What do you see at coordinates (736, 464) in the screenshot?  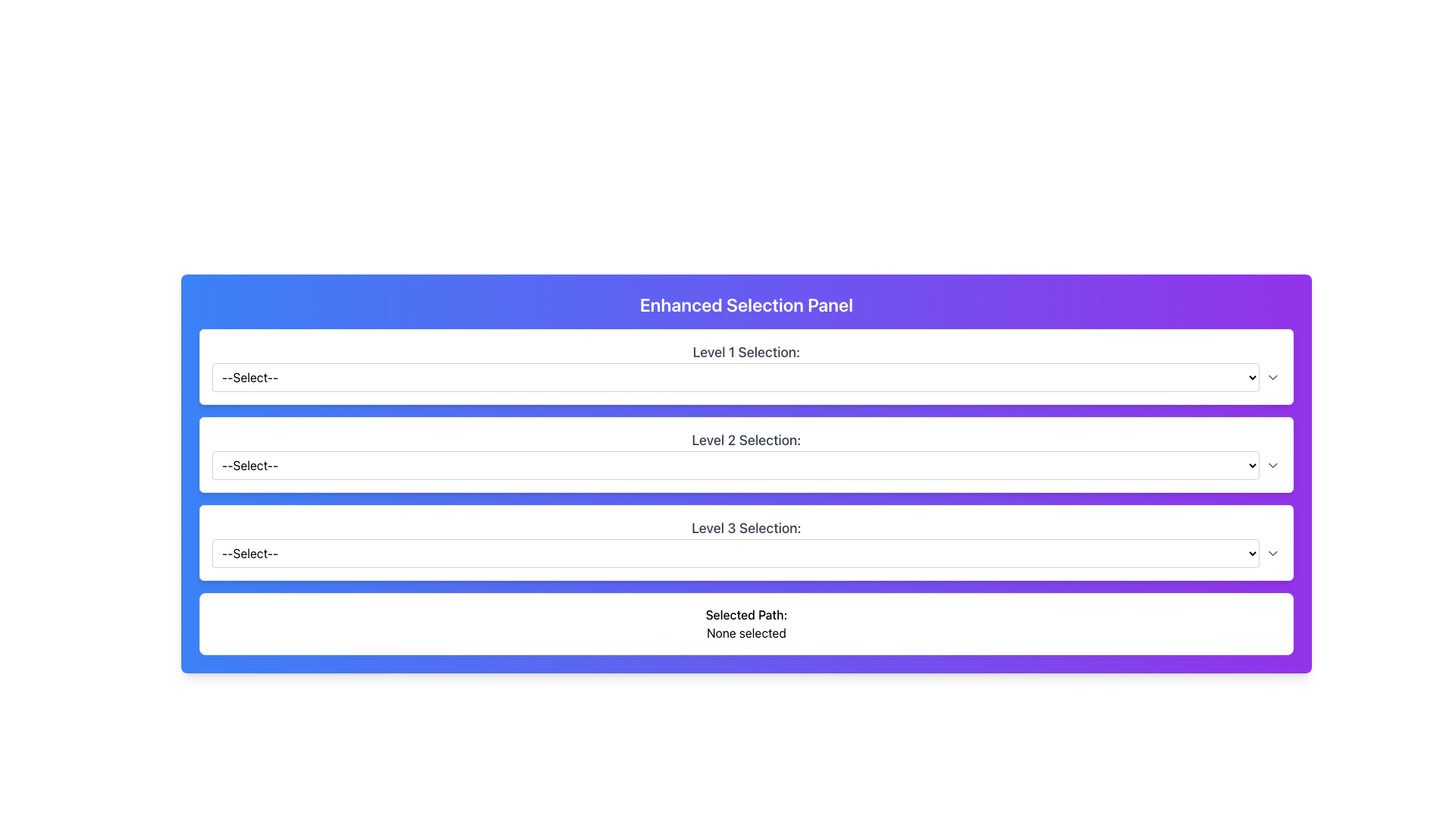 I see `the 'Level 2 Selection' dropdown menu by moving the cursor to its center point` at bounding box center [736, 464].